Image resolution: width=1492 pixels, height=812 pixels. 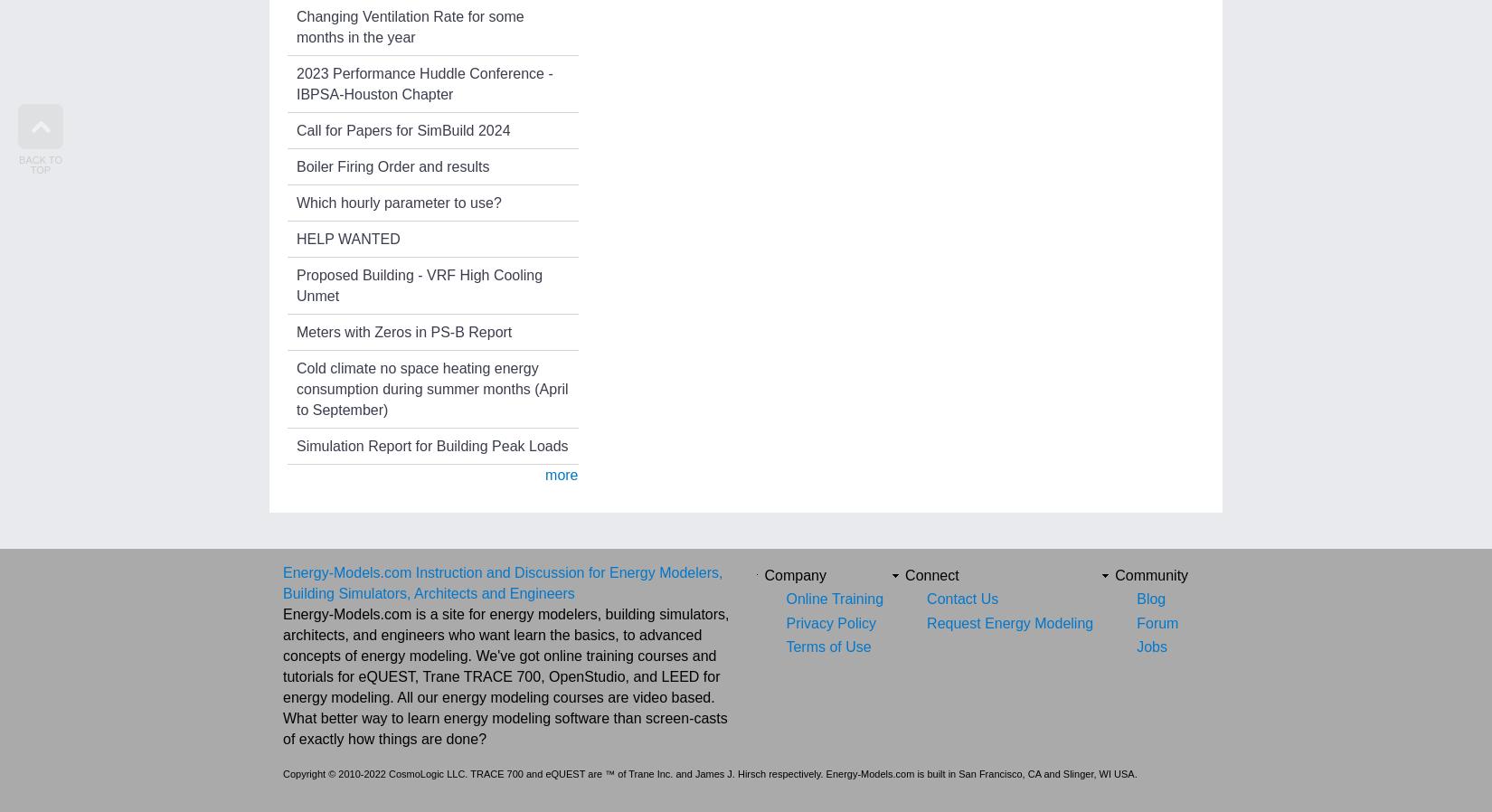 I want to click on 'Meters with Zeros in PS-B Report', so click(x=402, y=331).